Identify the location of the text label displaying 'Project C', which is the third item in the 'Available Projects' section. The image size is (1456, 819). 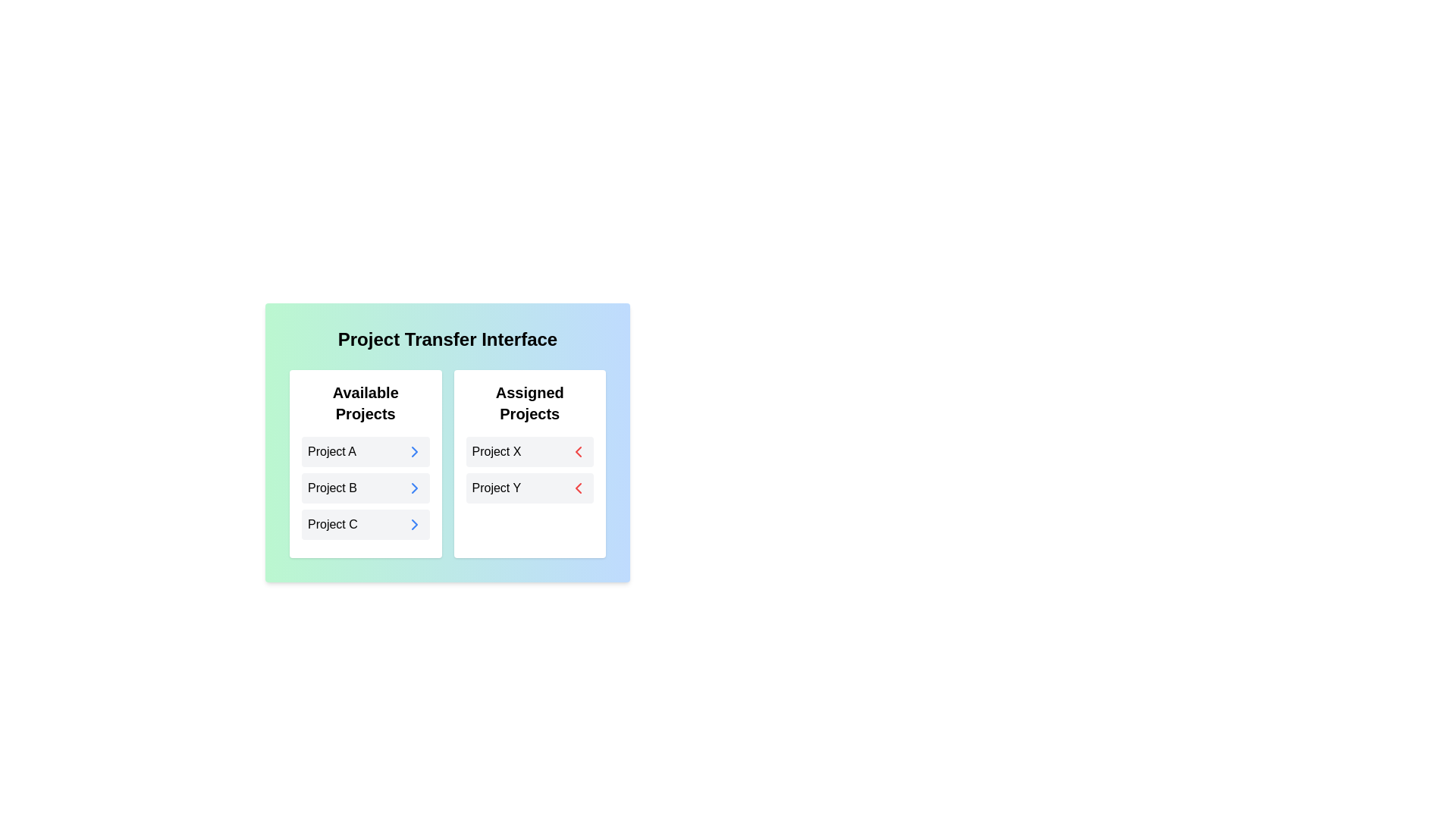
(331, 523).